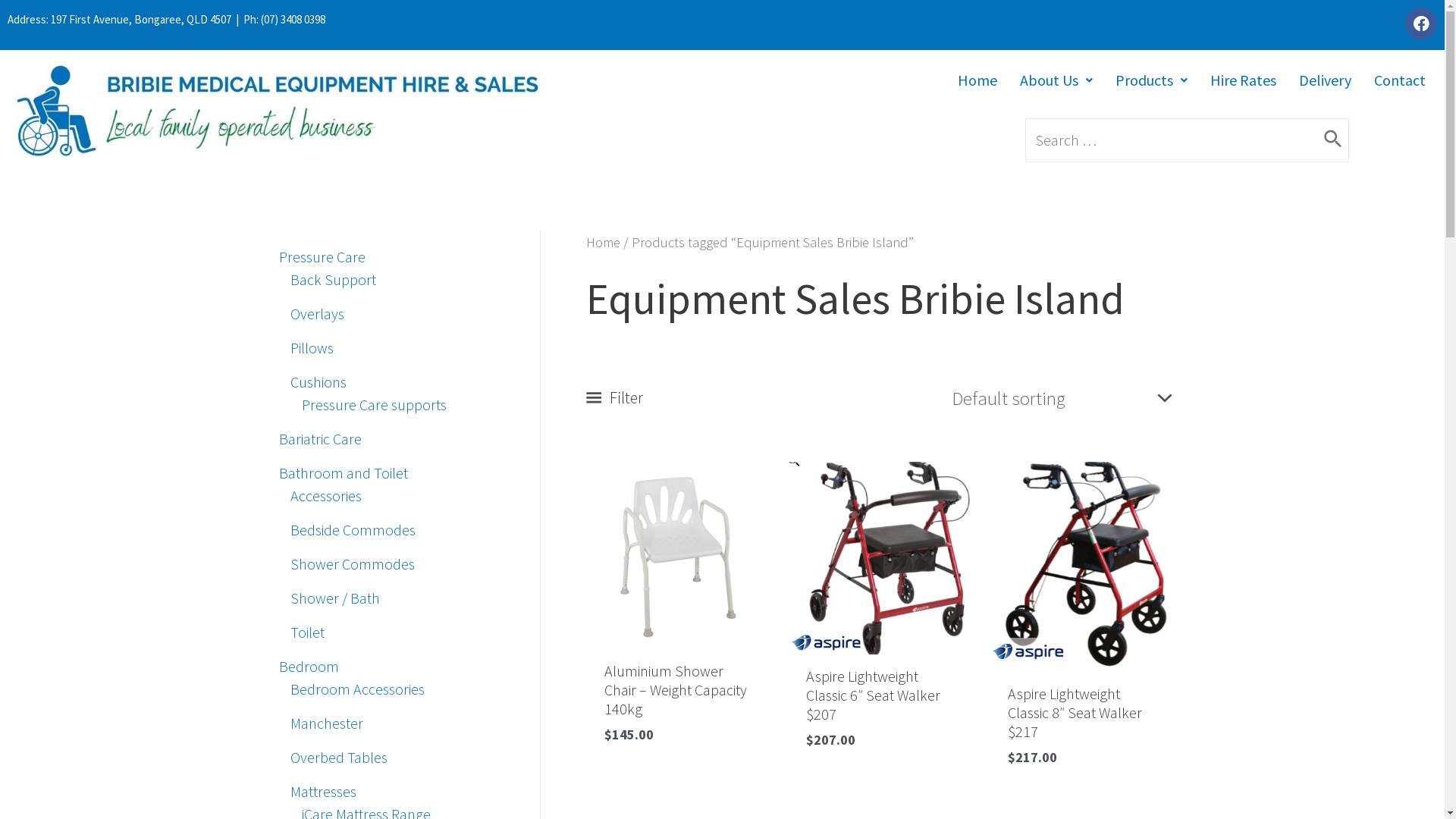 This screenshot has width=1456, height=819. Describe the element at coordinates (356, 689) in the screenshot. I see `'Bedroom Accessories'` at that location.